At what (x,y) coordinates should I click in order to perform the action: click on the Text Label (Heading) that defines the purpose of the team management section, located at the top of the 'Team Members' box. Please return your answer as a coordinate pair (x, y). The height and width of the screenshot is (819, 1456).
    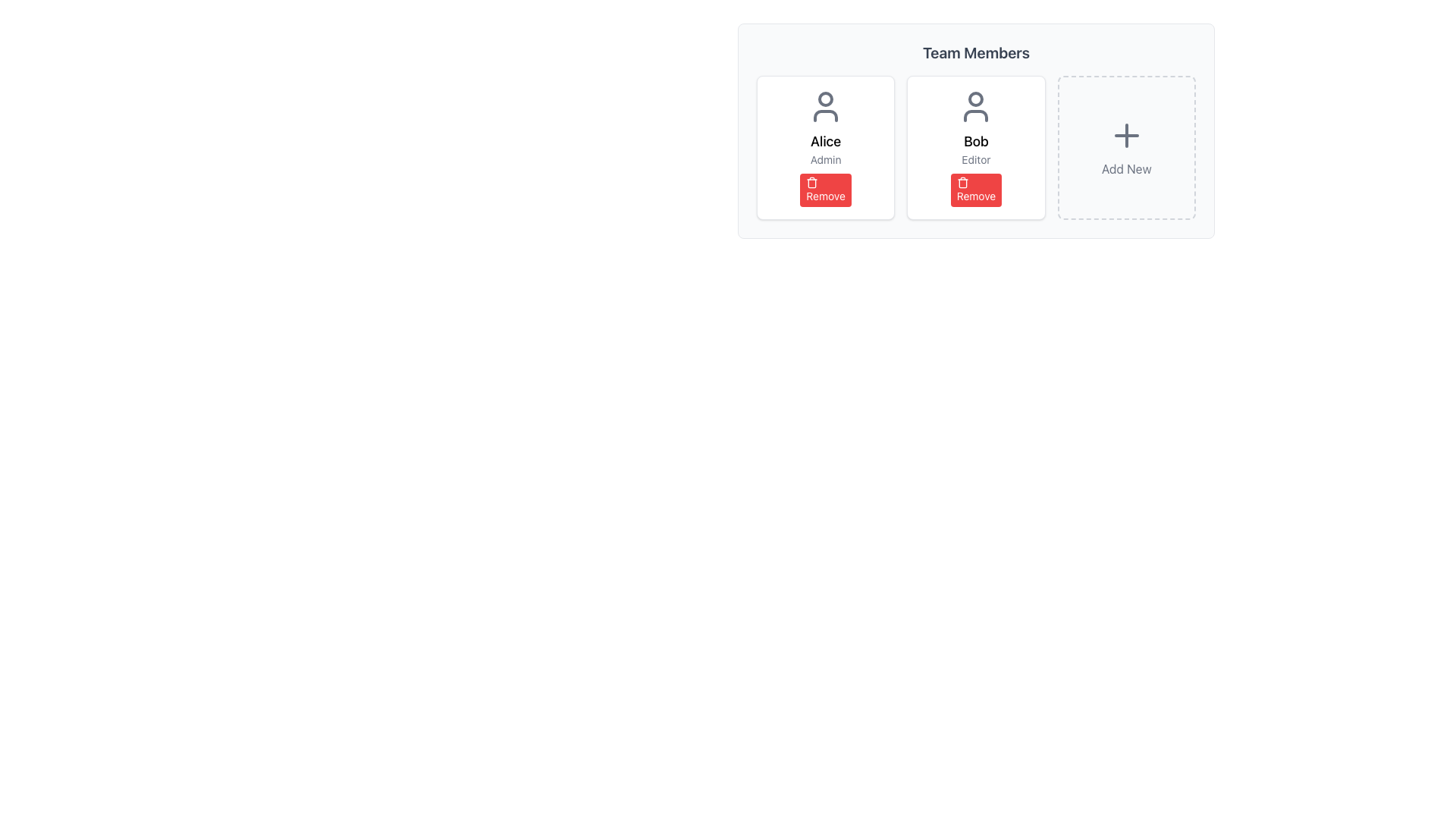
    Looking at the image, I should click on (976, 52).